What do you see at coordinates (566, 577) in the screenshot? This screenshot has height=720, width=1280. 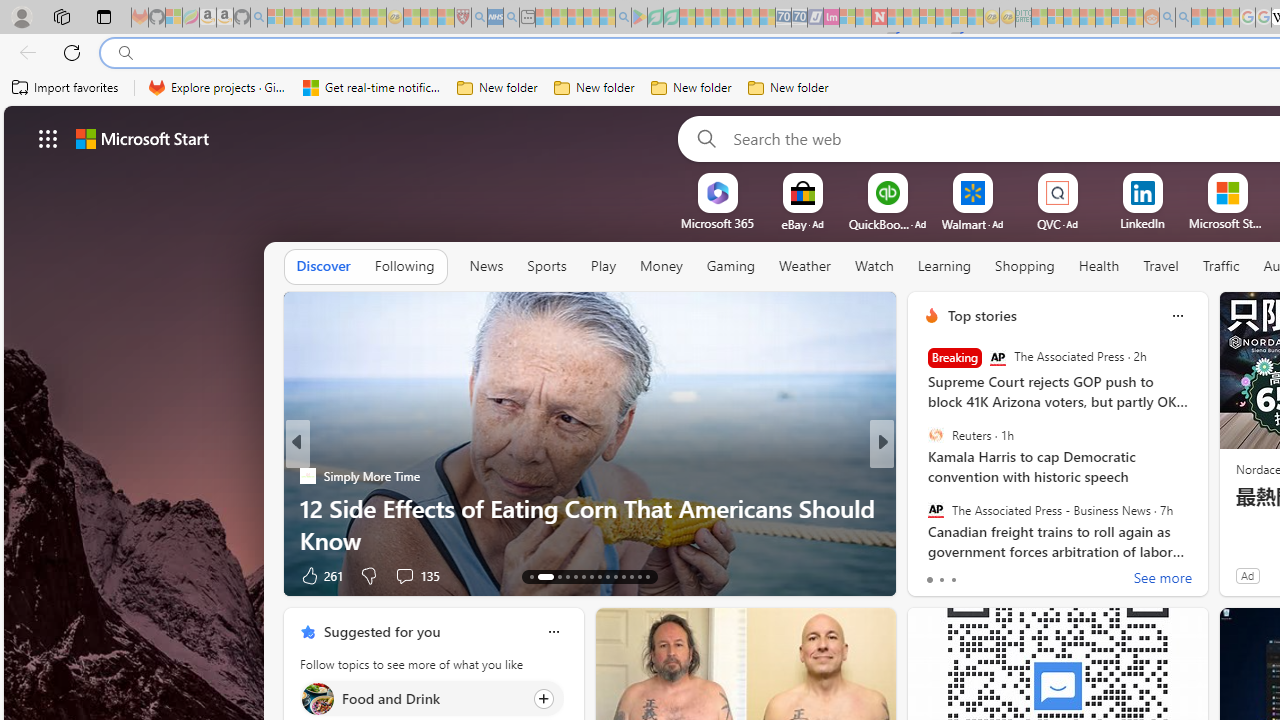 I see `'AutomationID: tab-16'` at bounding box center [566, 577].